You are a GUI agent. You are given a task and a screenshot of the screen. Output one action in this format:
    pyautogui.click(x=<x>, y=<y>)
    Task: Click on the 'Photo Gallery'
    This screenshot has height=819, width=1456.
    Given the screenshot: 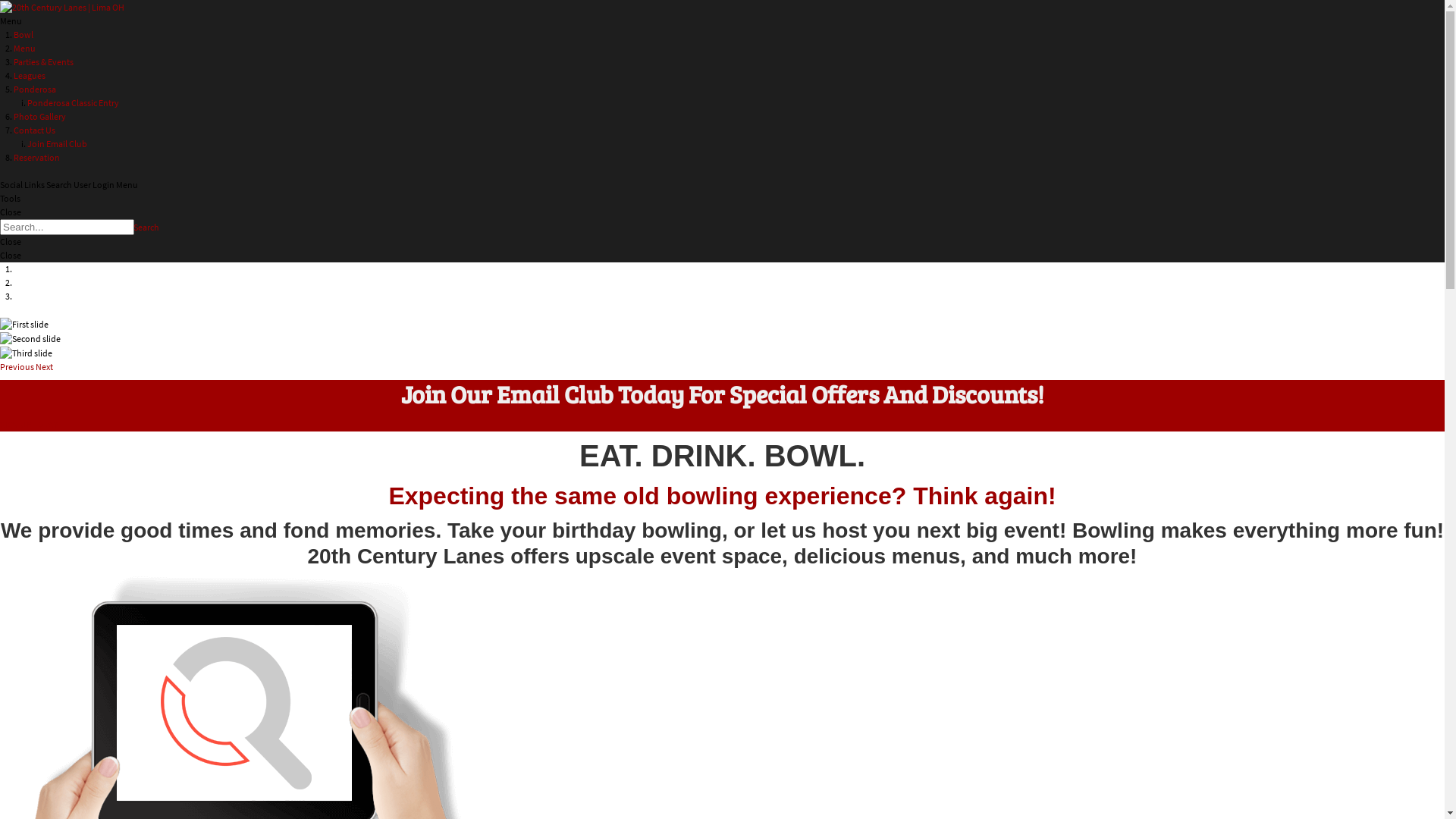 What is the action you would take?
    pyautogui.click(x=39, y=115)
    